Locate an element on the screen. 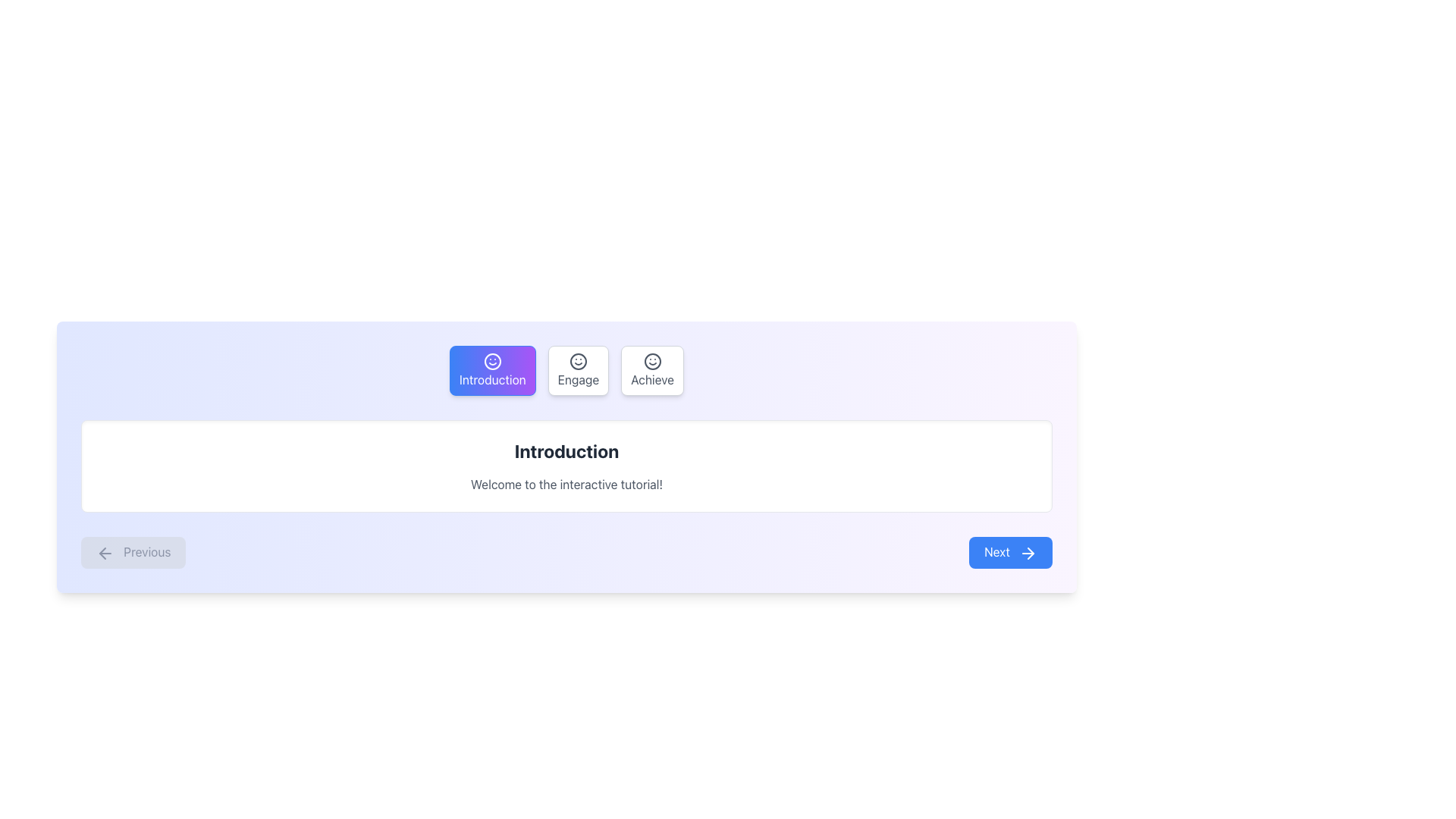  the decorative icon within the 'Introduction' button, which is centered above the text label 'Introduction' is located at coordinates (492, 362).